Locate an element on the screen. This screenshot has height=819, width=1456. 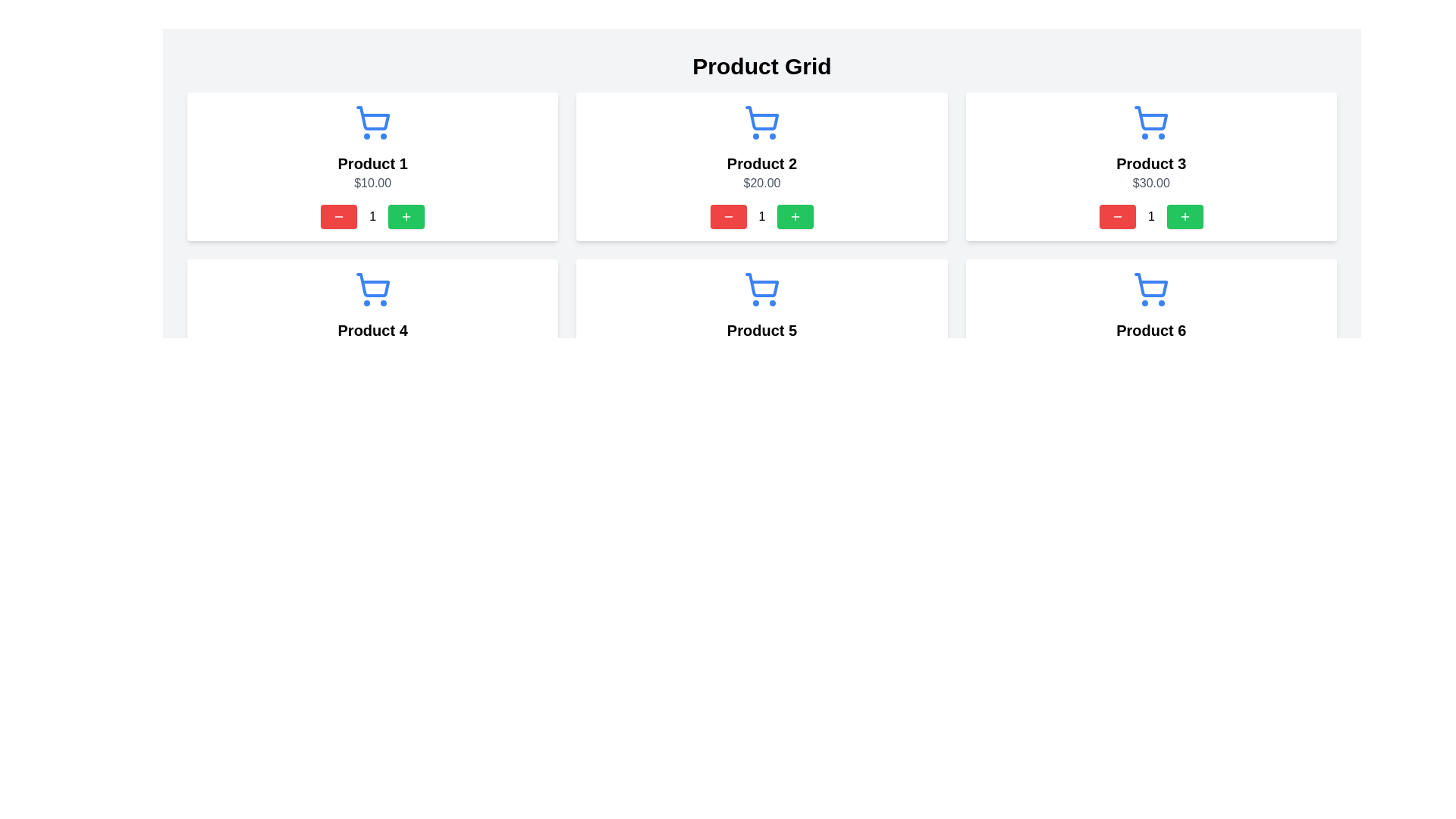
the small green square button with a '+' icon located in the 'Product Grid' section under 'Product 2' to increase the quantity is located at coordinates (795, 216).